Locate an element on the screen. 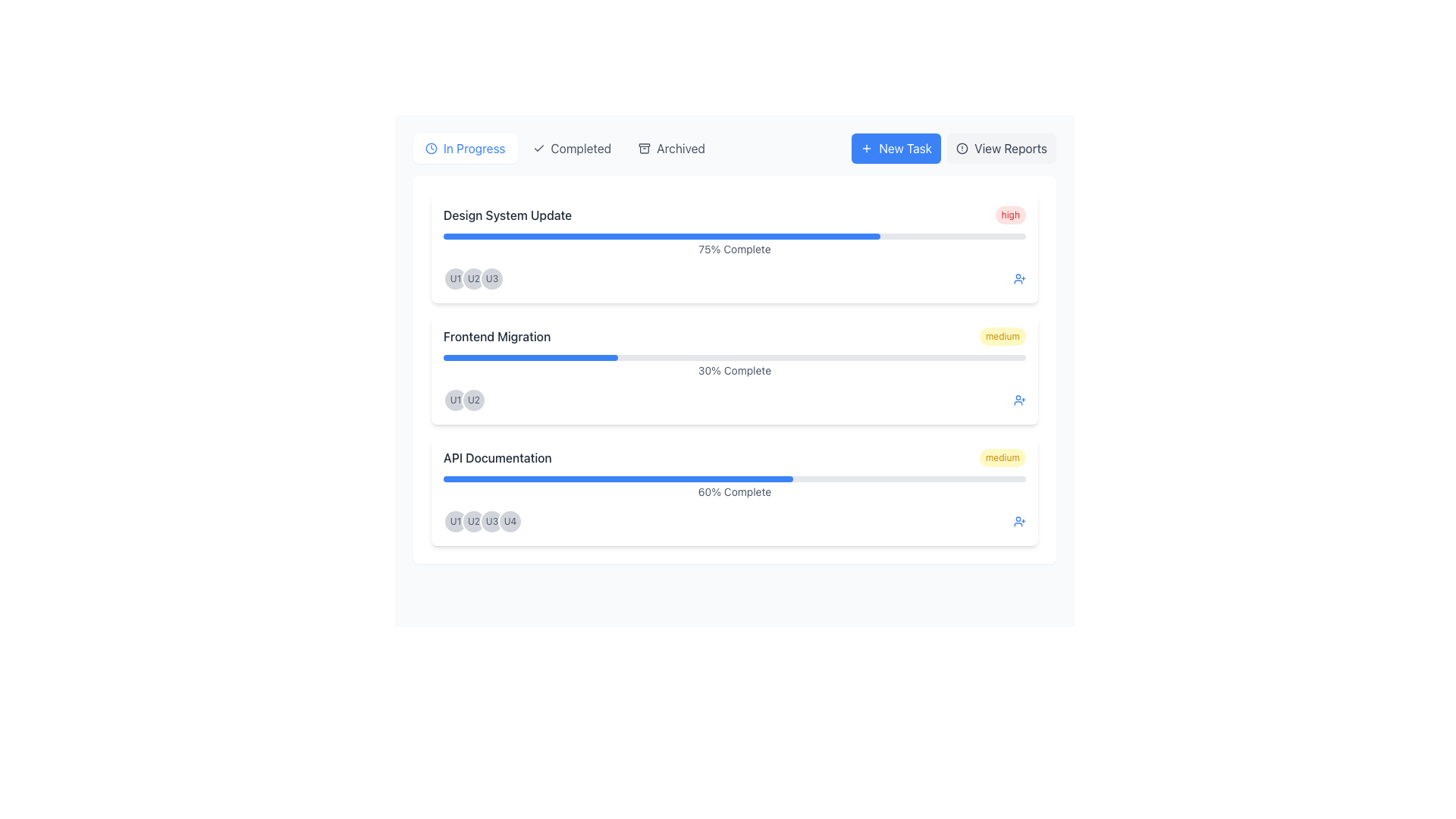 The height and width of the screenshot is (819, 1456). the 'Completed' filter button, which is the second button among a group of three horizontally aligned buttons labeled 'In Progress', 'Completed', and 'Archived' is located at coordinates (564, 149).